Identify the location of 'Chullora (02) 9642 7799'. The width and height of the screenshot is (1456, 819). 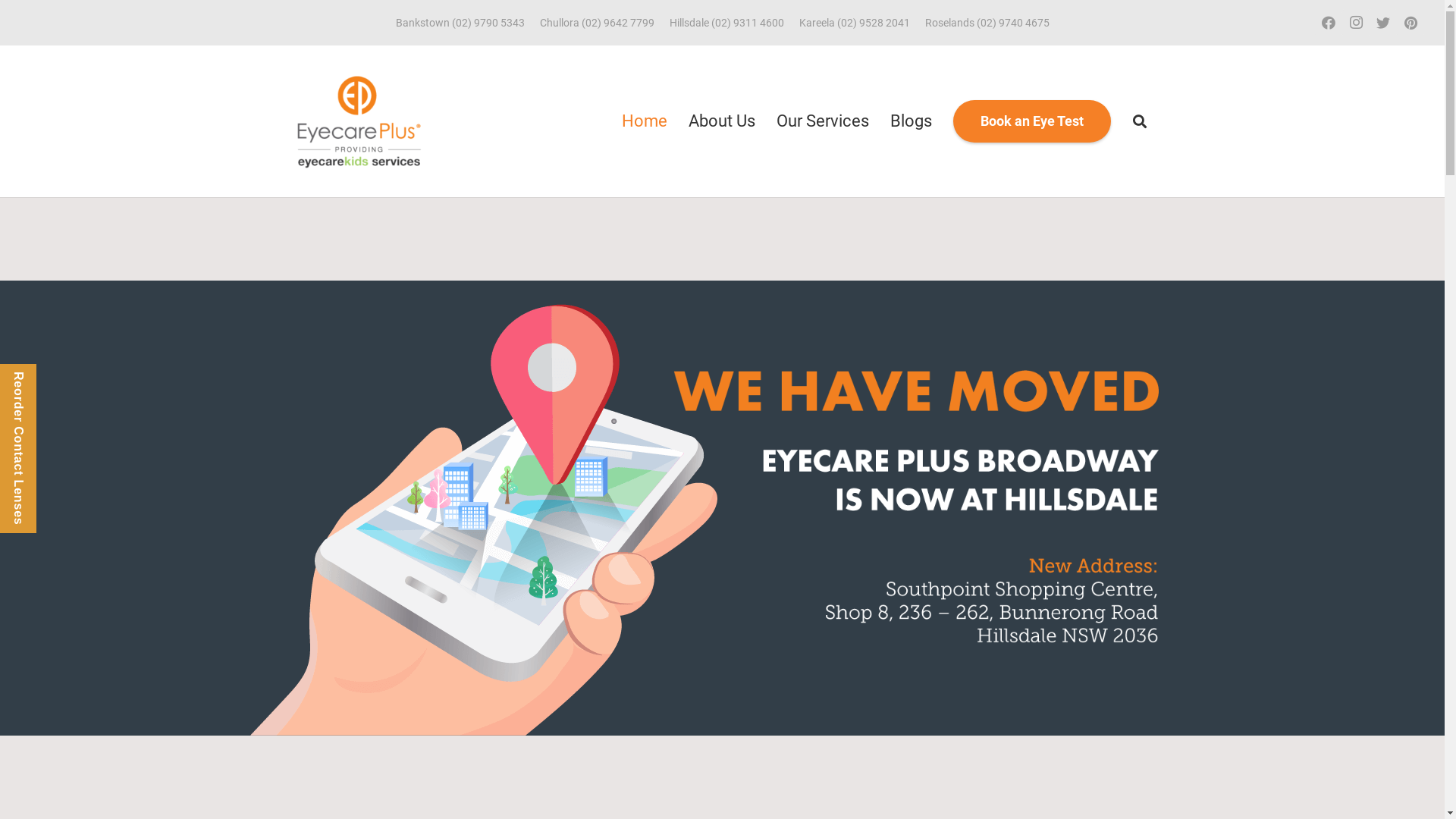
(596, 23).